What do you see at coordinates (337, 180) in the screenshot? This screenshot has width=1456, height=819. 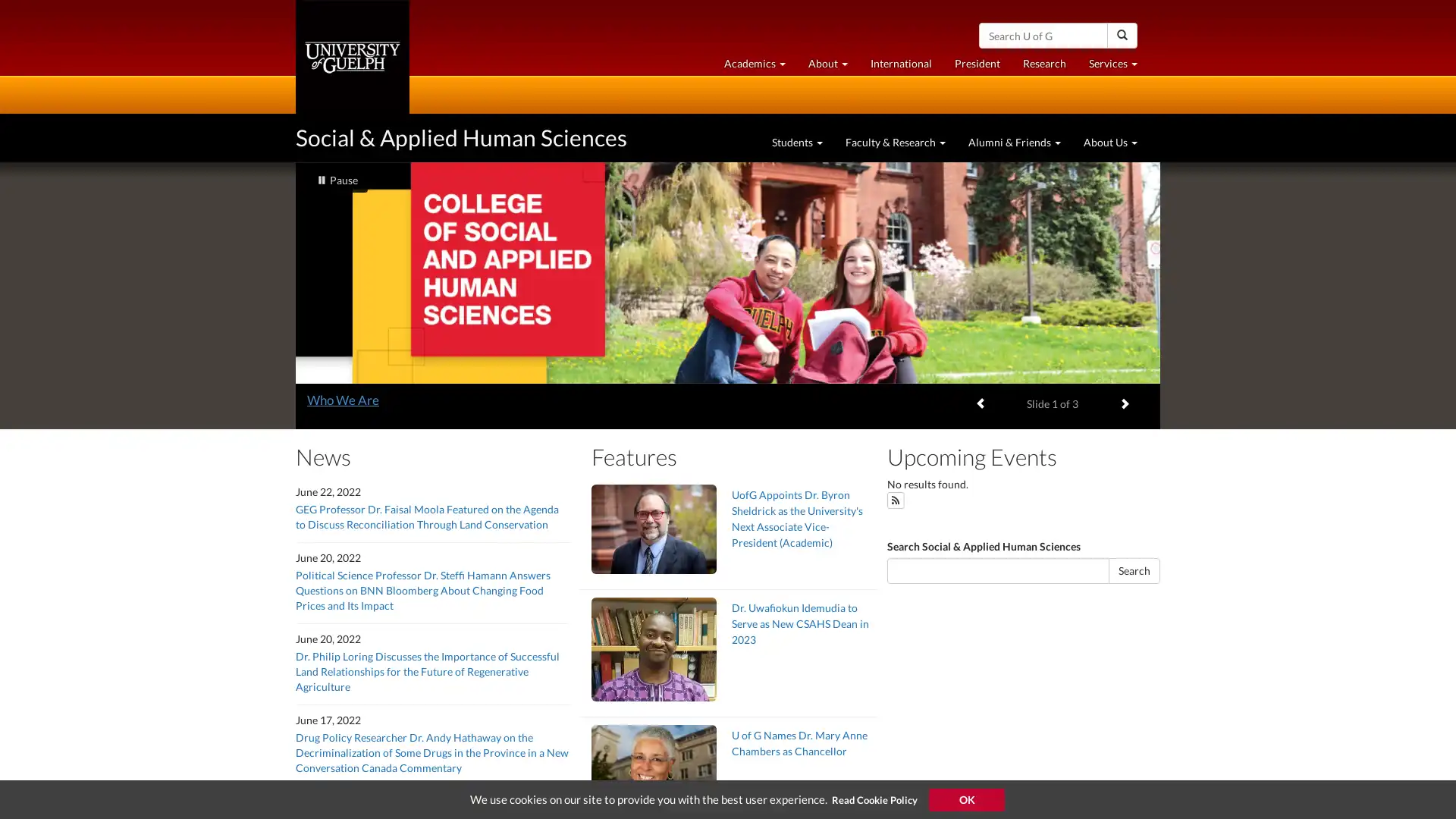 I see `slideshow playing Pause slideshow` at bounding box center [337, 180].